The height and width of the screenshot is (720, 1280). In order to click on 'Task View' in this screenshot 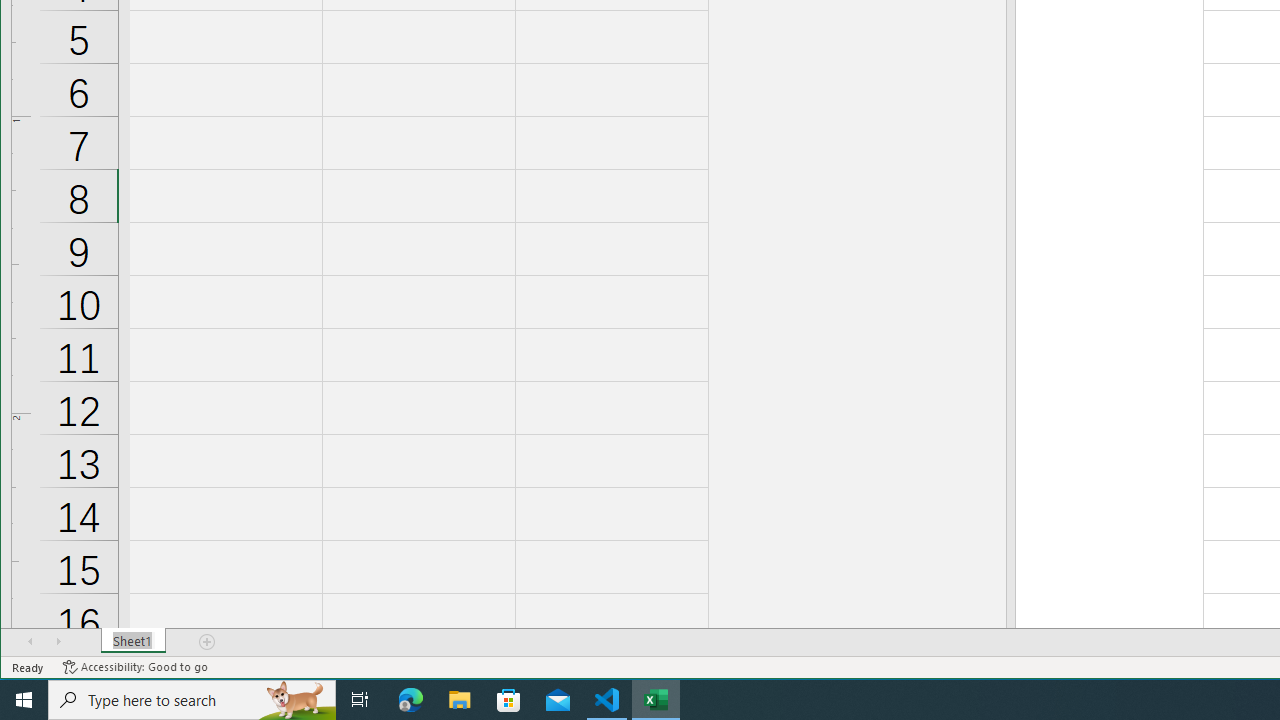, I will do `click(359, 698)`.